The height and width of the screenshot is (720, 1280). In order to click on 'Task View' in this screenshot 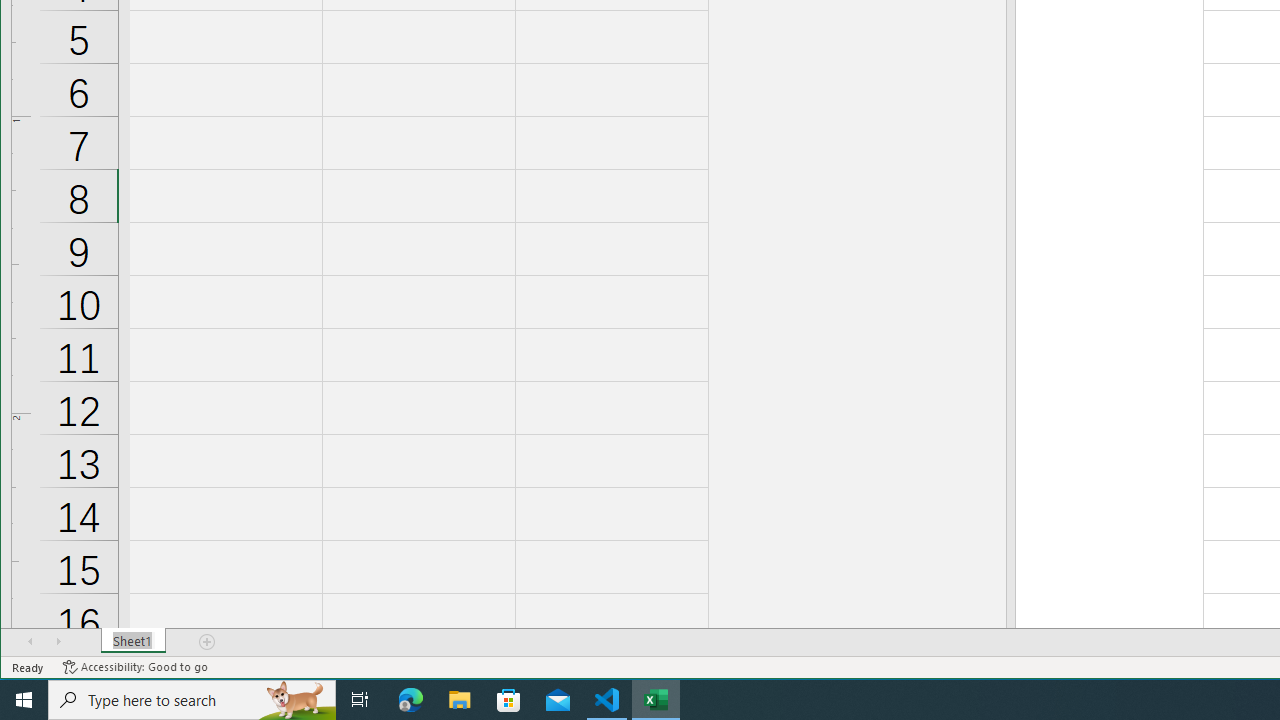, I will do `click(359, 698)`.